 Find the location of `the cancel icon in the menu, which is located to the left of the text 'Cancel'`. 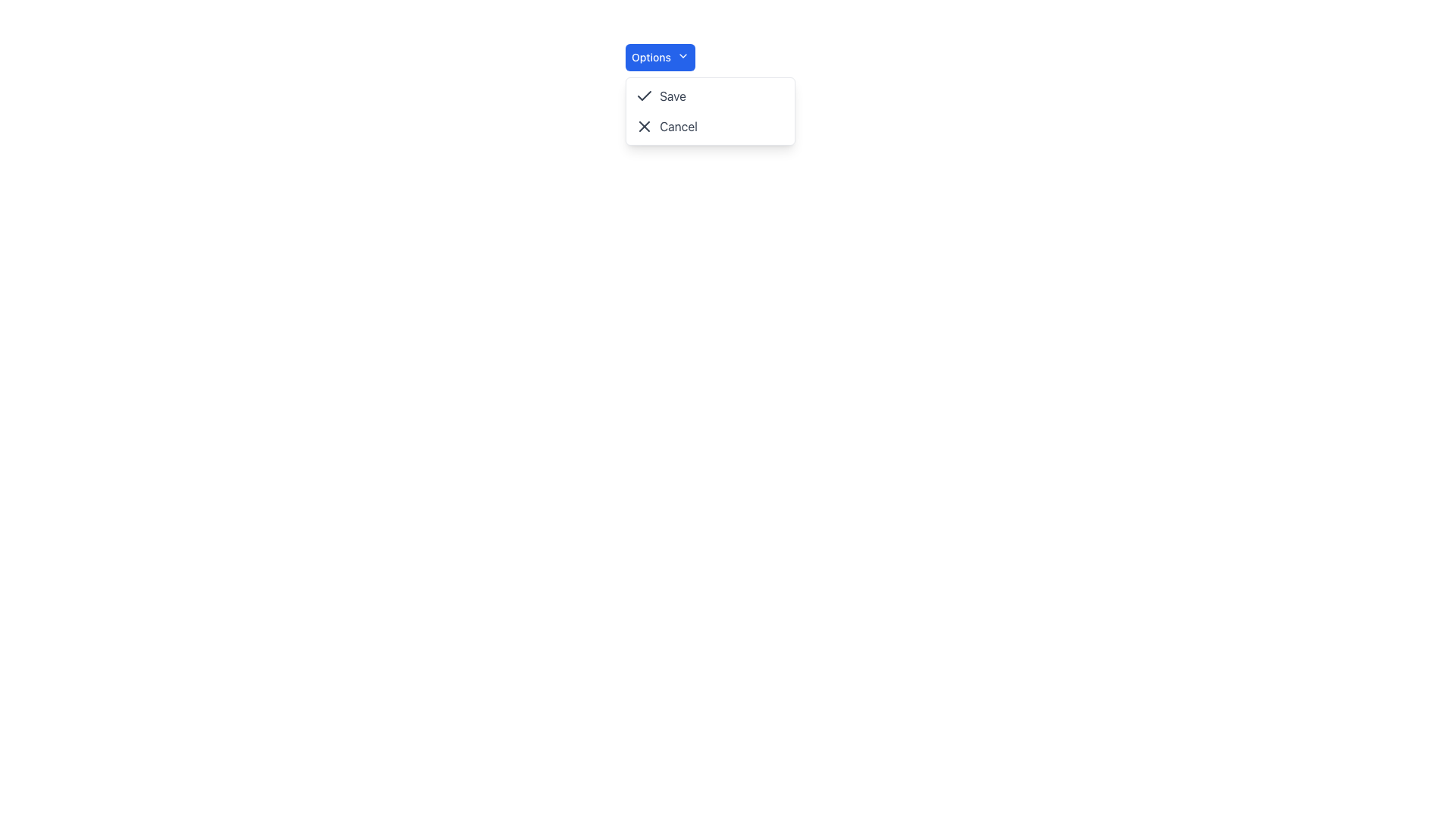

the cancel icon in the menu, which is located to the left of the text 'Cancel' is located at coordinates (645, 125).